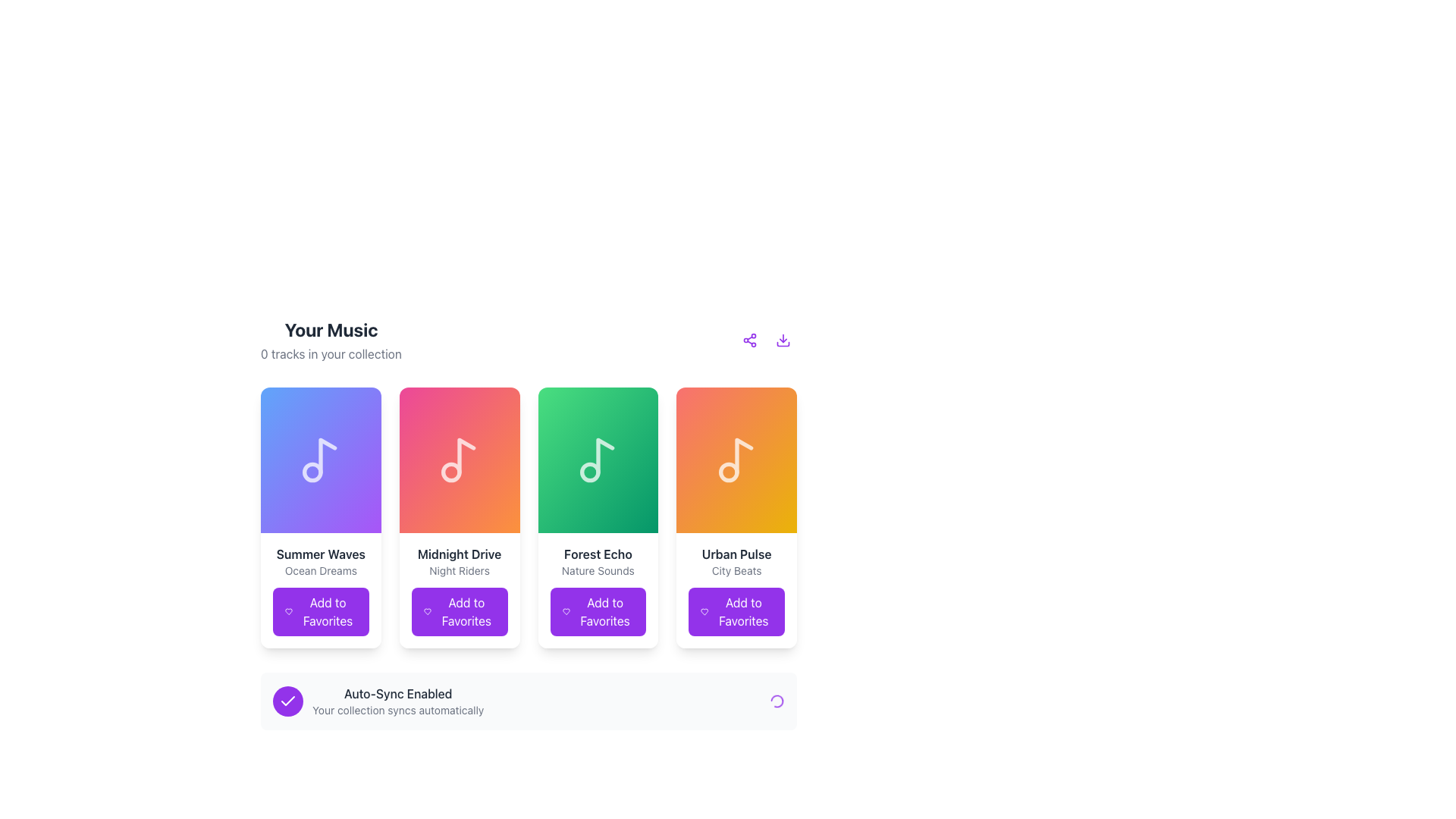 The image size is (1456, 819). I want to click on the 'Add to Favorites' button, which is styled with white text on a vibrant purple background, to observe the hover effects, so click(327, 610).